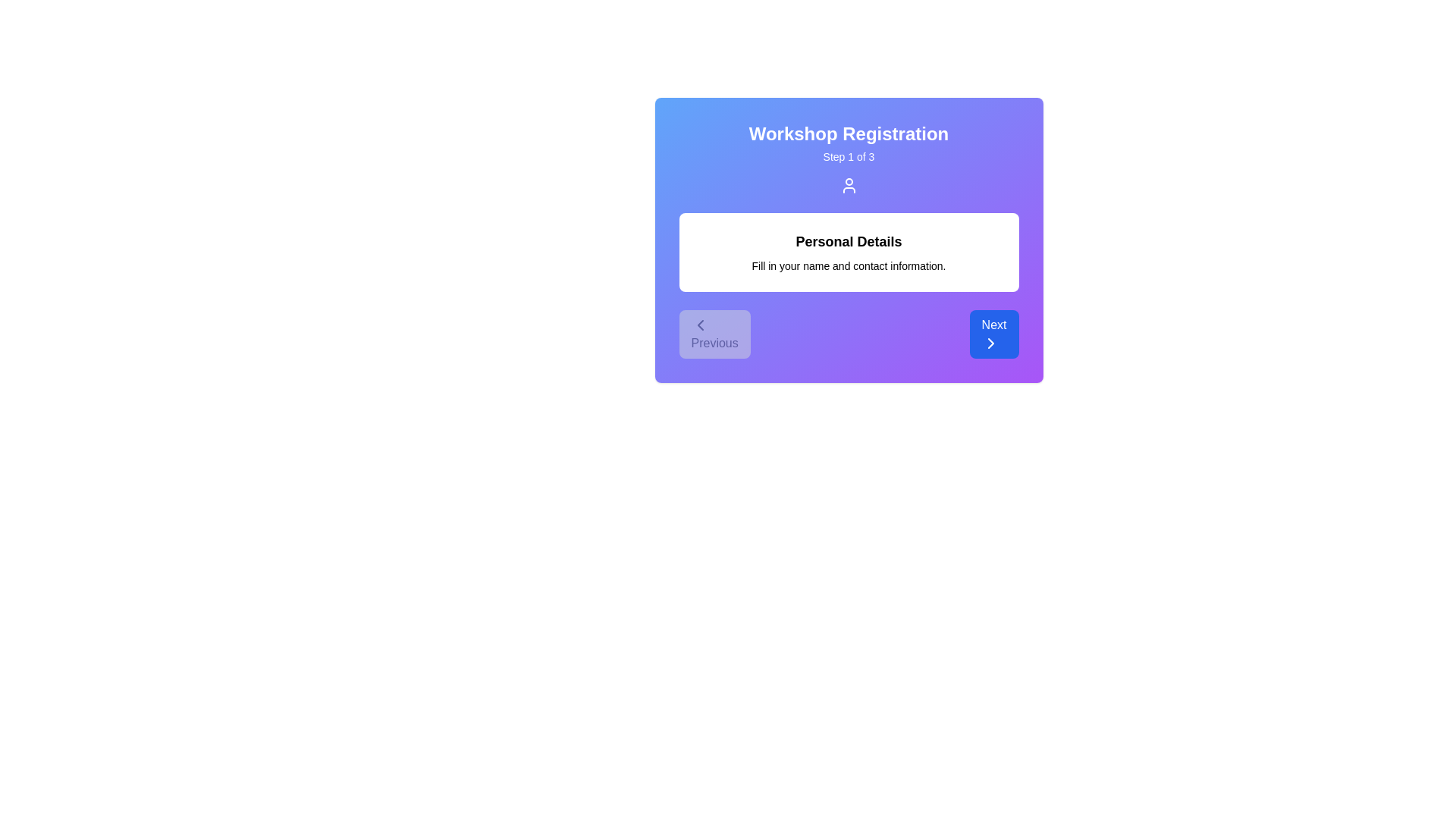  What do you see at coordinates (848, 241) in the screenshot?
I see `the section labeled 'Personal Details' using the prominent text label that is bold` at bounding box center [848, 241].